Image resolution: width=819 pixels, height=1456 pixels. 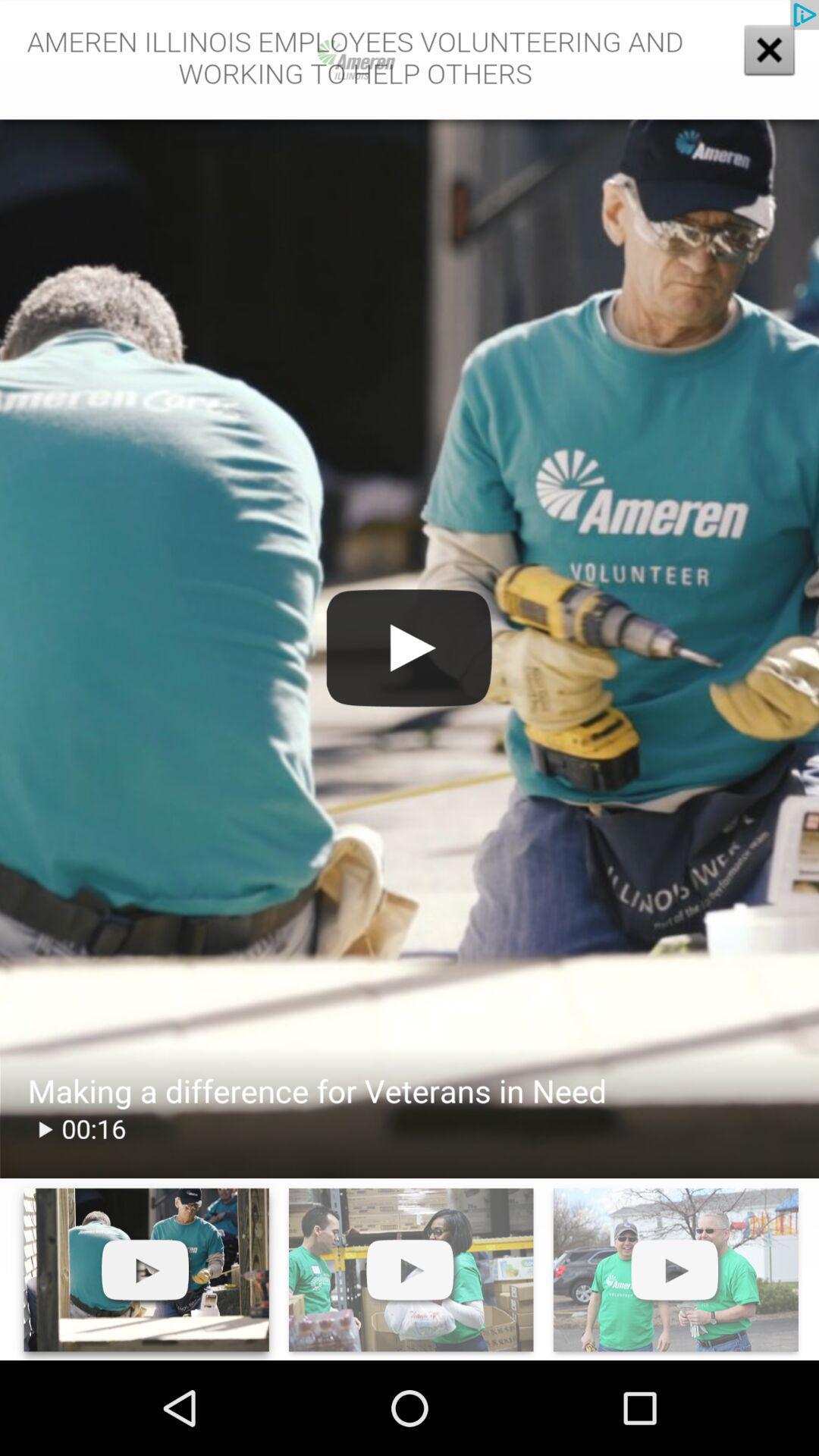 I want to click on the close icon, so click(x=769, y=53).